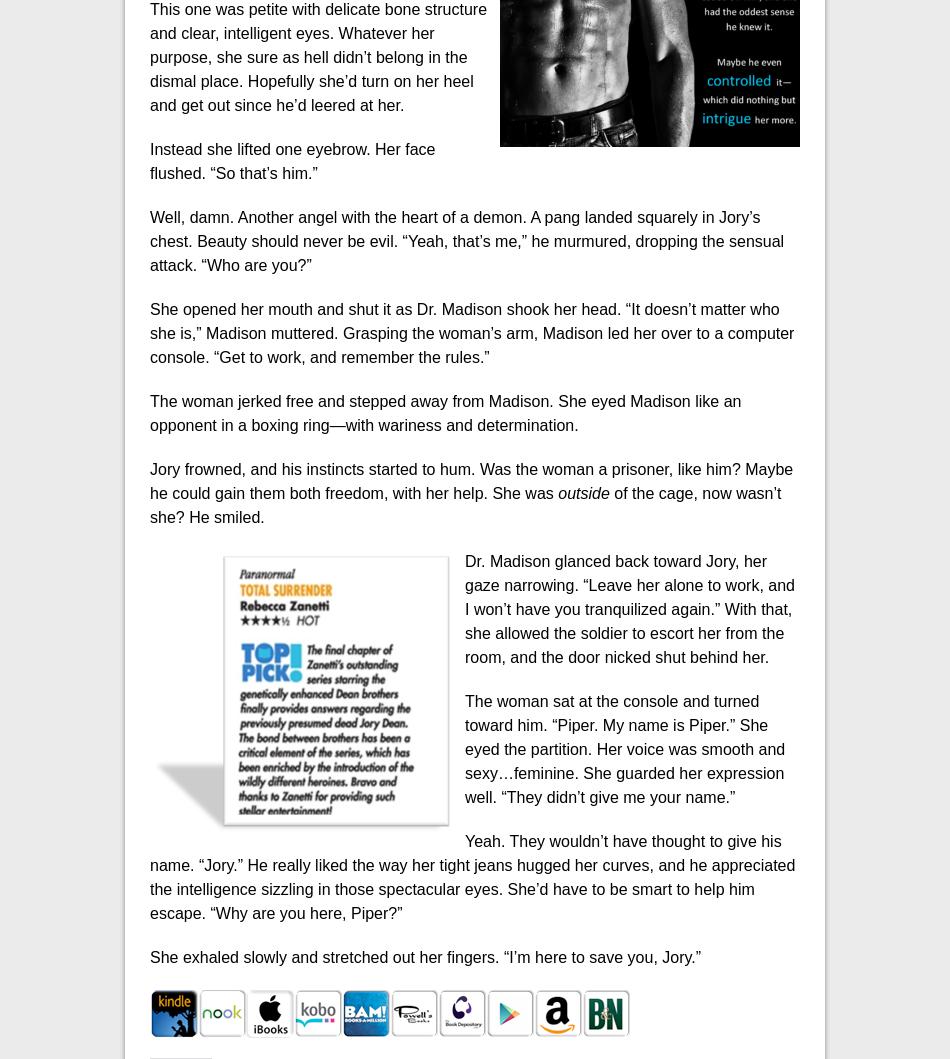 The width and height of the screenshot is (950, 1059). What do you see at coordinates (470, 331) in the screenshot?
I see `'She opened her mouth and shut it as Dr. Madison shook her head. “It doesn’t matter who she is,” Madison muttered. Grasping the woman’s arm, Madison led her over to a computer console. “Get to work, and remember the rules.”'` at bounding box center [470, 331].